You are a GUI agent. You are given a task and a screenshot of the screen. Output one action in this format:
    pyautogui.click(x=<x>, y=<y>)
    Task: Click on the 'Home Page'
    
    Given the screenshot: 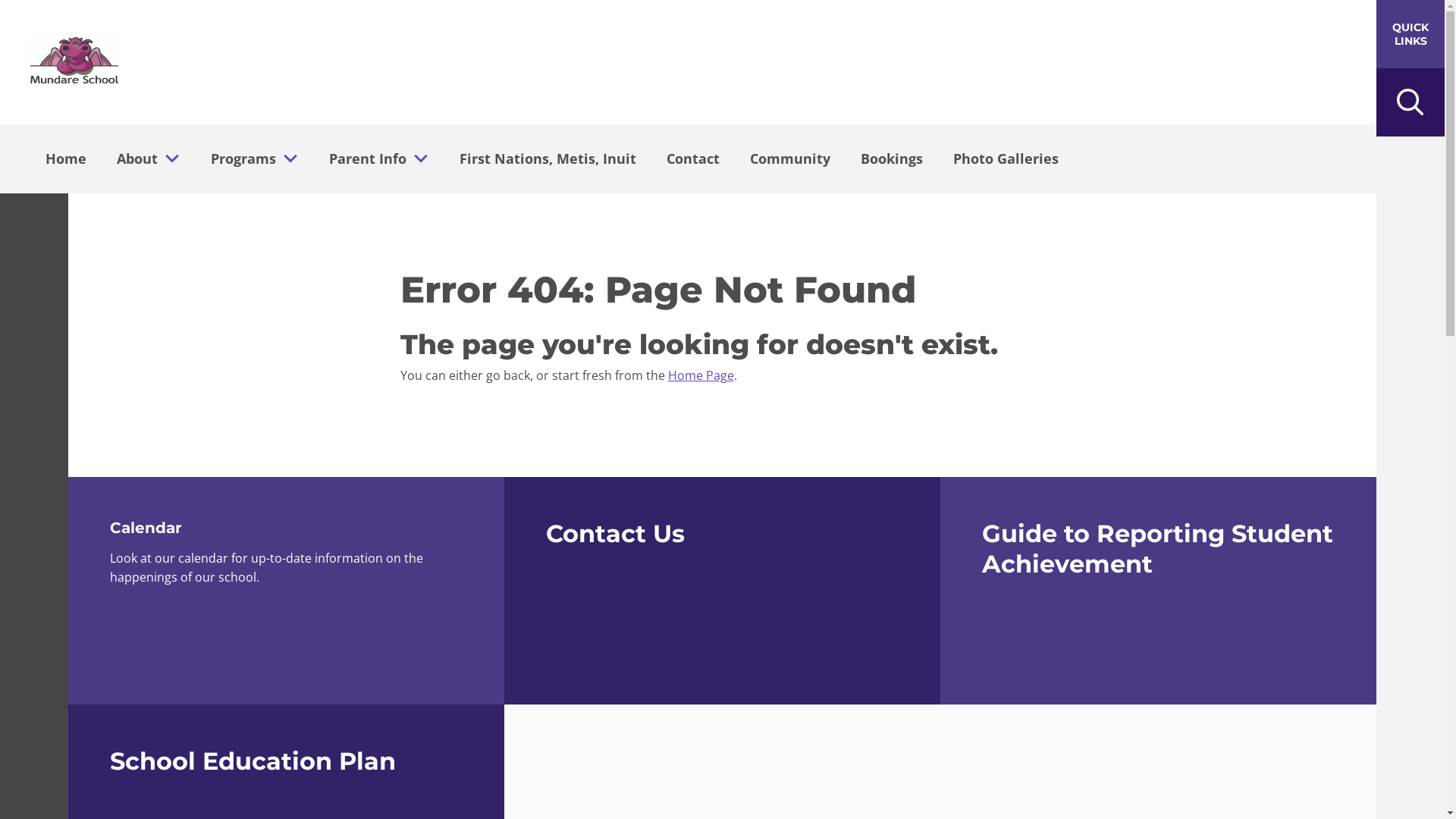 What is the action you would take?
    pyautogui.click(x=699, y=375)
    